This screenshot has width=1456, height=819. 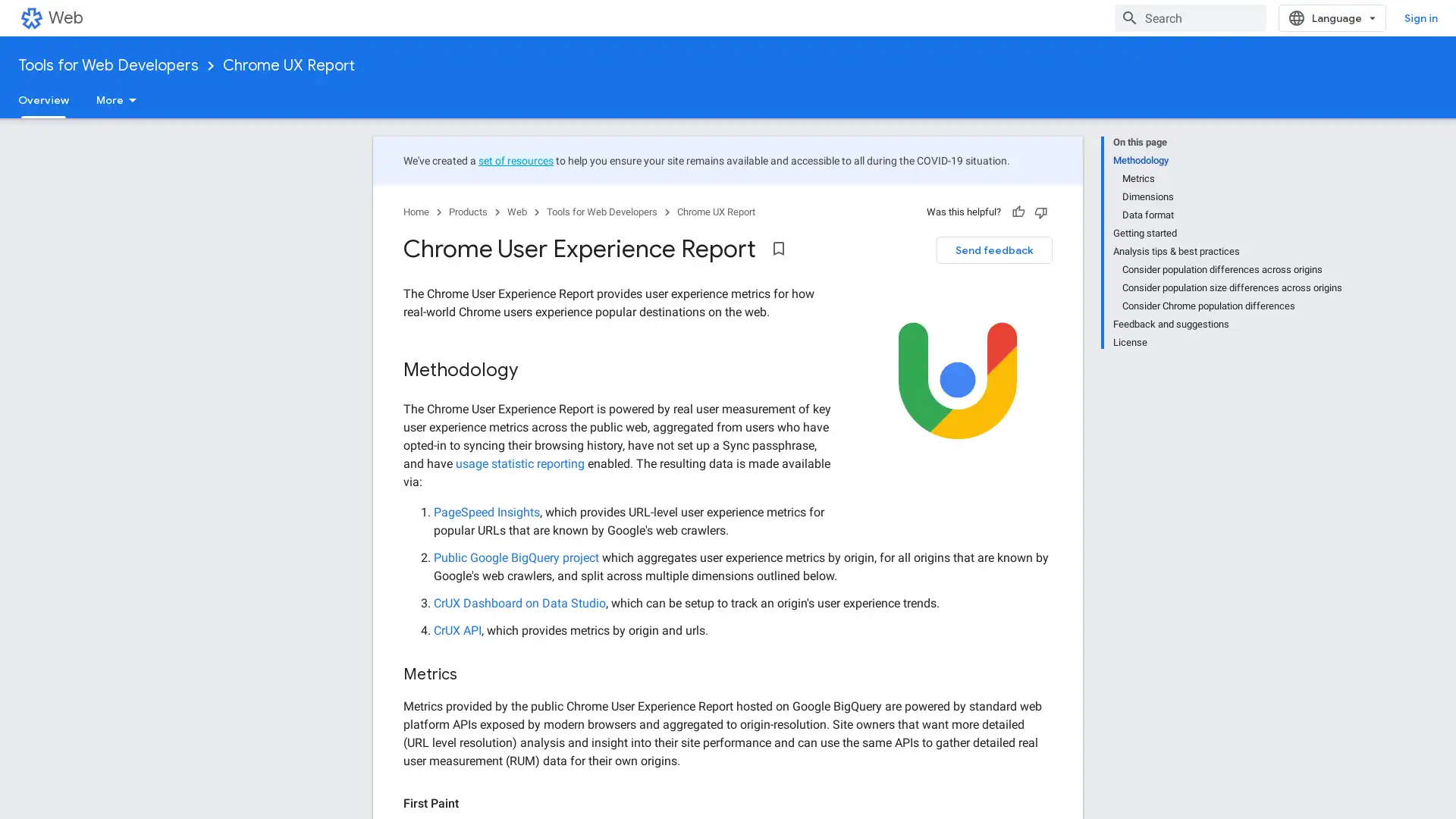 What do you see at coordinates (472, 674) in the screenshot?
I see `Copy link to this section: Metrics` at bounding box center [472, 674].